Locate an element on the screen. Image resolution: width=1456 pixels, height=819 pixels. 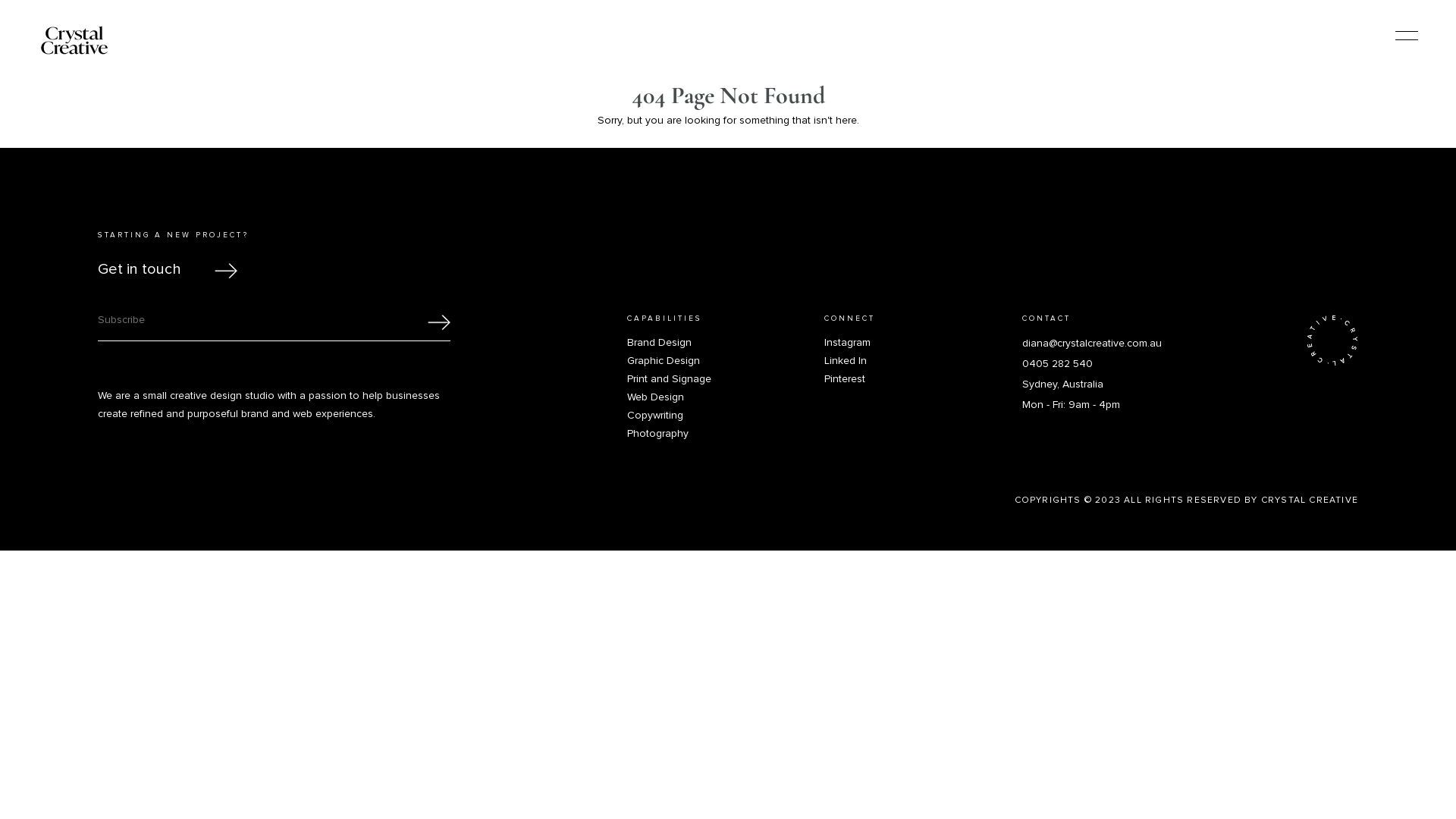
'Graphic Design' is located at coordinates (724, 360).